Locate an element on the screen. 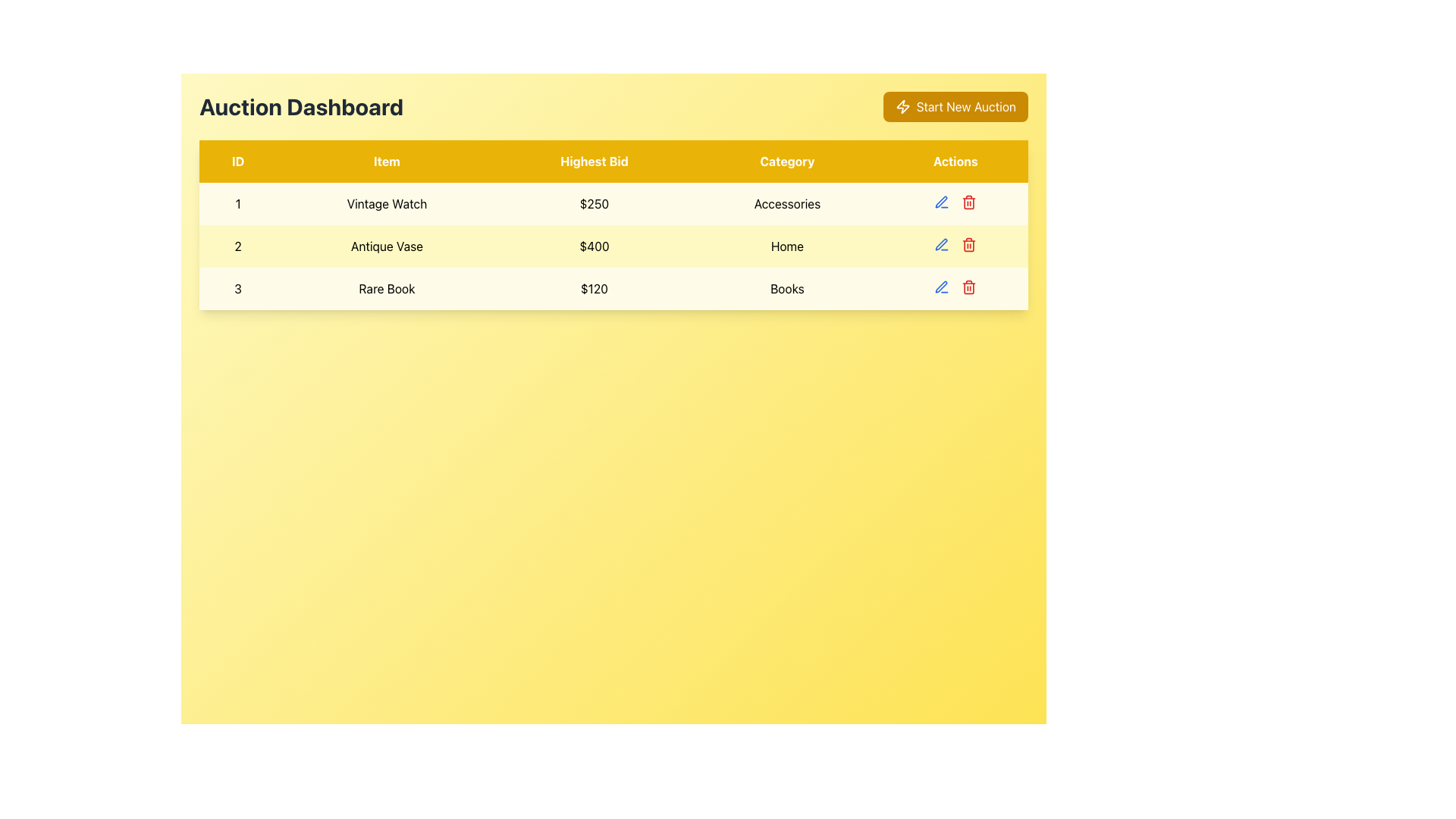 The height and width of the screenshot is (819, 1456). the delete icon located in the 'Actions' column of the third row in the table is located at coordinates (968, 287).